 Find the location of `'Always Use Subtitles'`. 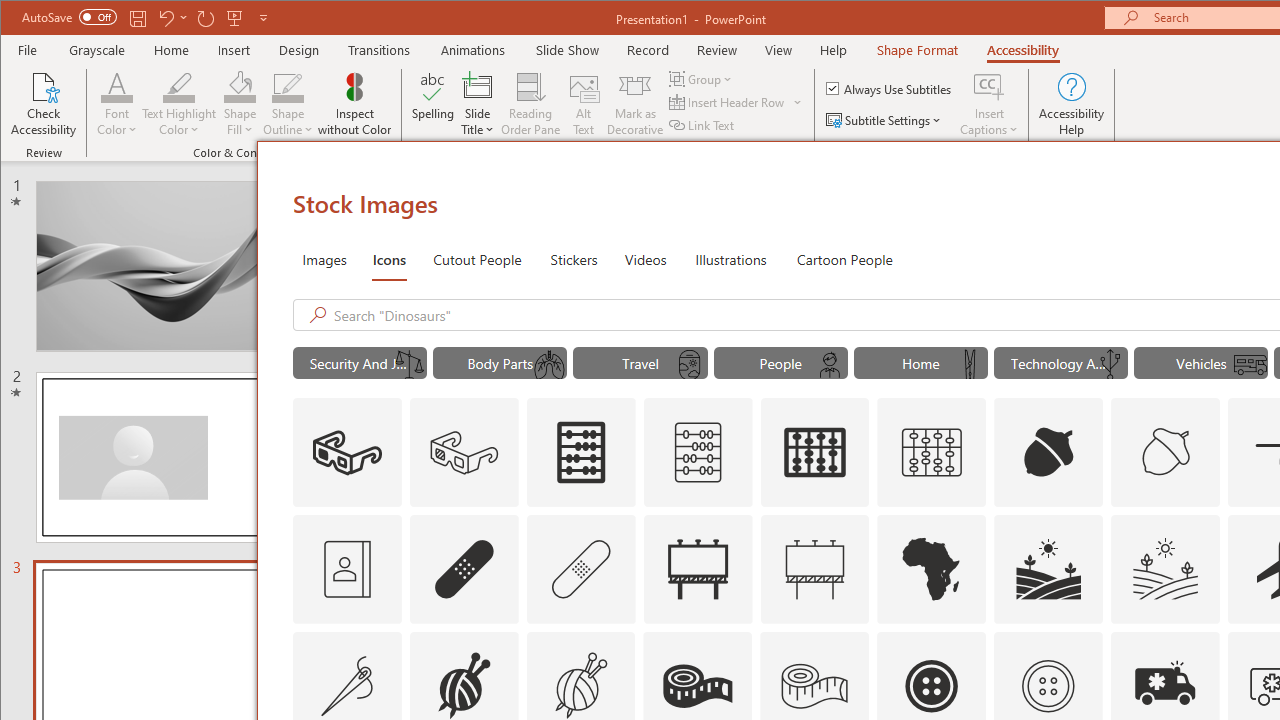

'Always Use Subtitles' is located at coordinates (889, 87).